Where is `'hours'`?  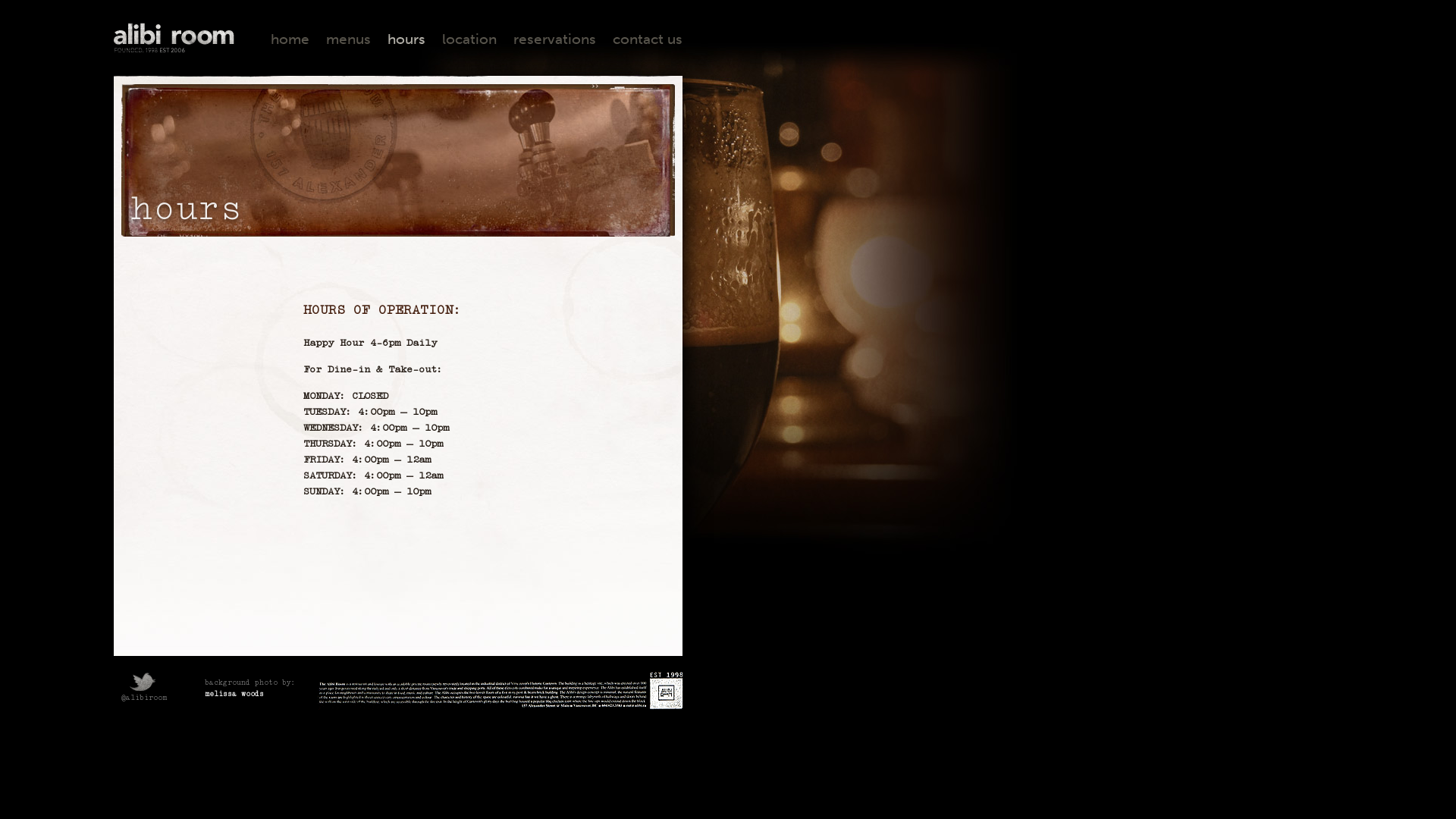 'hours' is located at coordinates (406, 38).